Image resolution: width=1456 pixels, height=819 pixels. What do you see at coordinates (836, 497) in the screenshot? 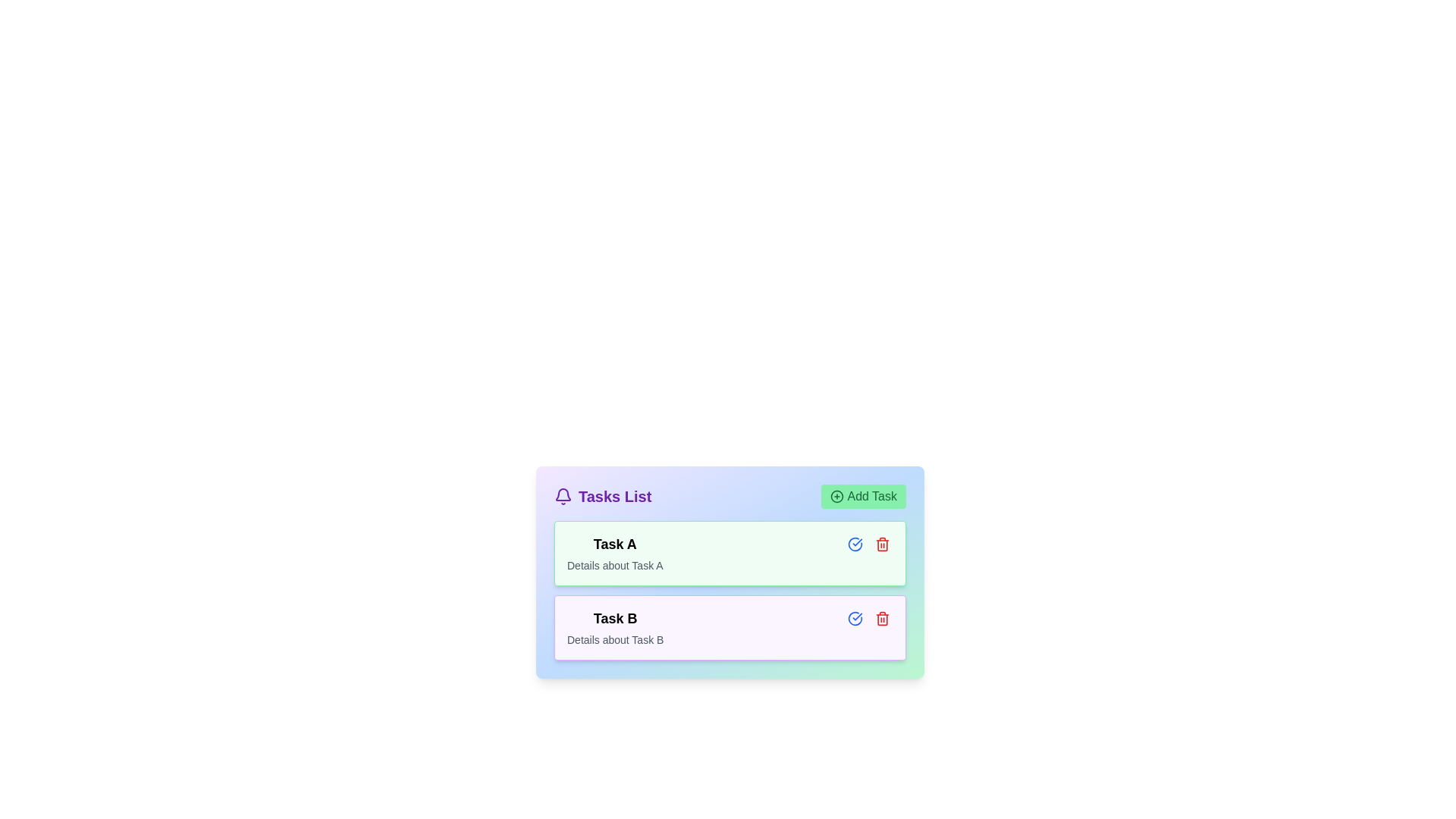
I see `the icon within the 'Add Task' button located in the top-right corner of the task management card interface` at bounding box center [836, 497].